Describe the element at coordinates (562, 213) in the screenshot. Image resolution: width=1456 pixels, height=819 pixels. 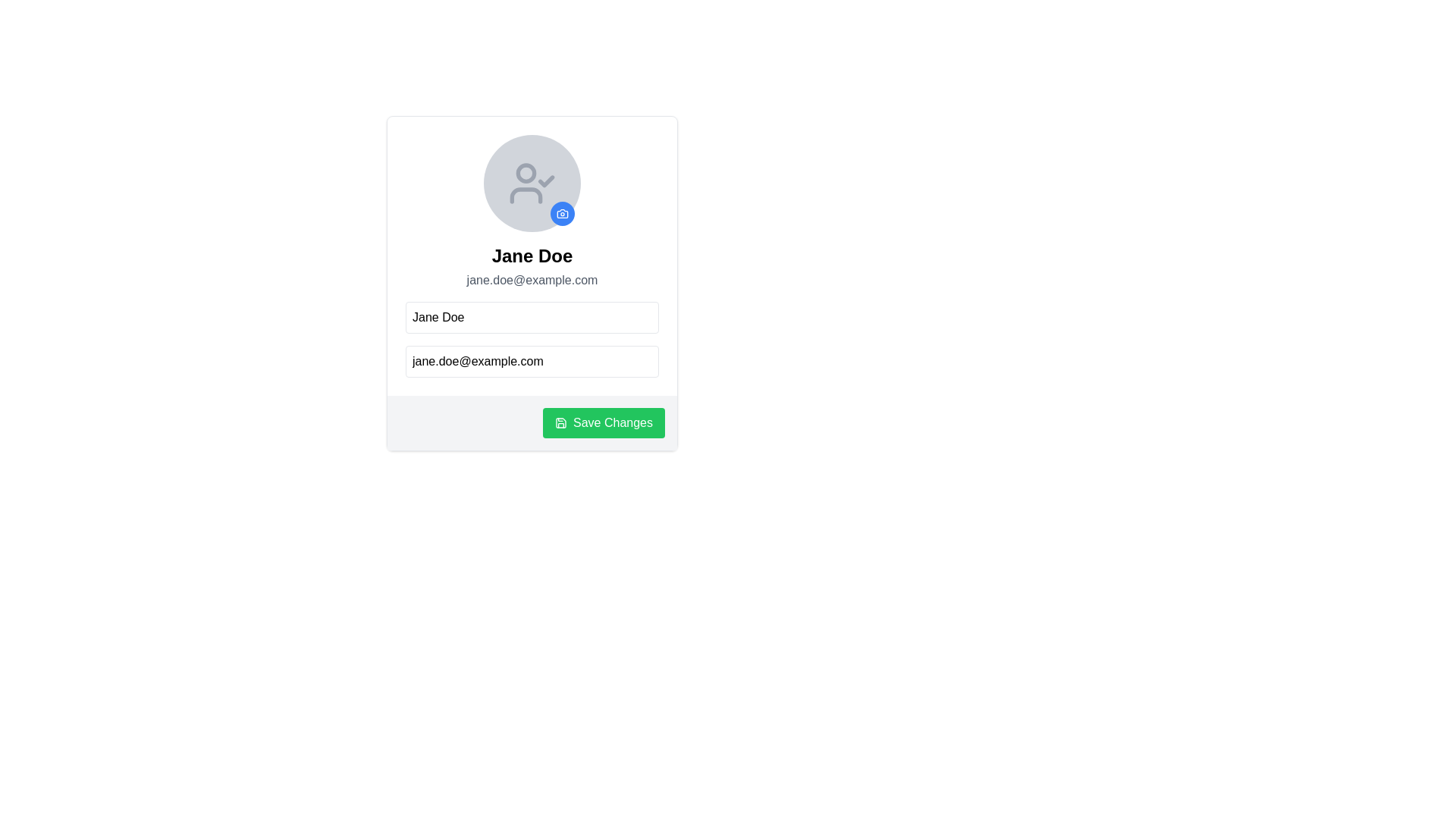
I see `the camera icon in the user profile block` at that location.